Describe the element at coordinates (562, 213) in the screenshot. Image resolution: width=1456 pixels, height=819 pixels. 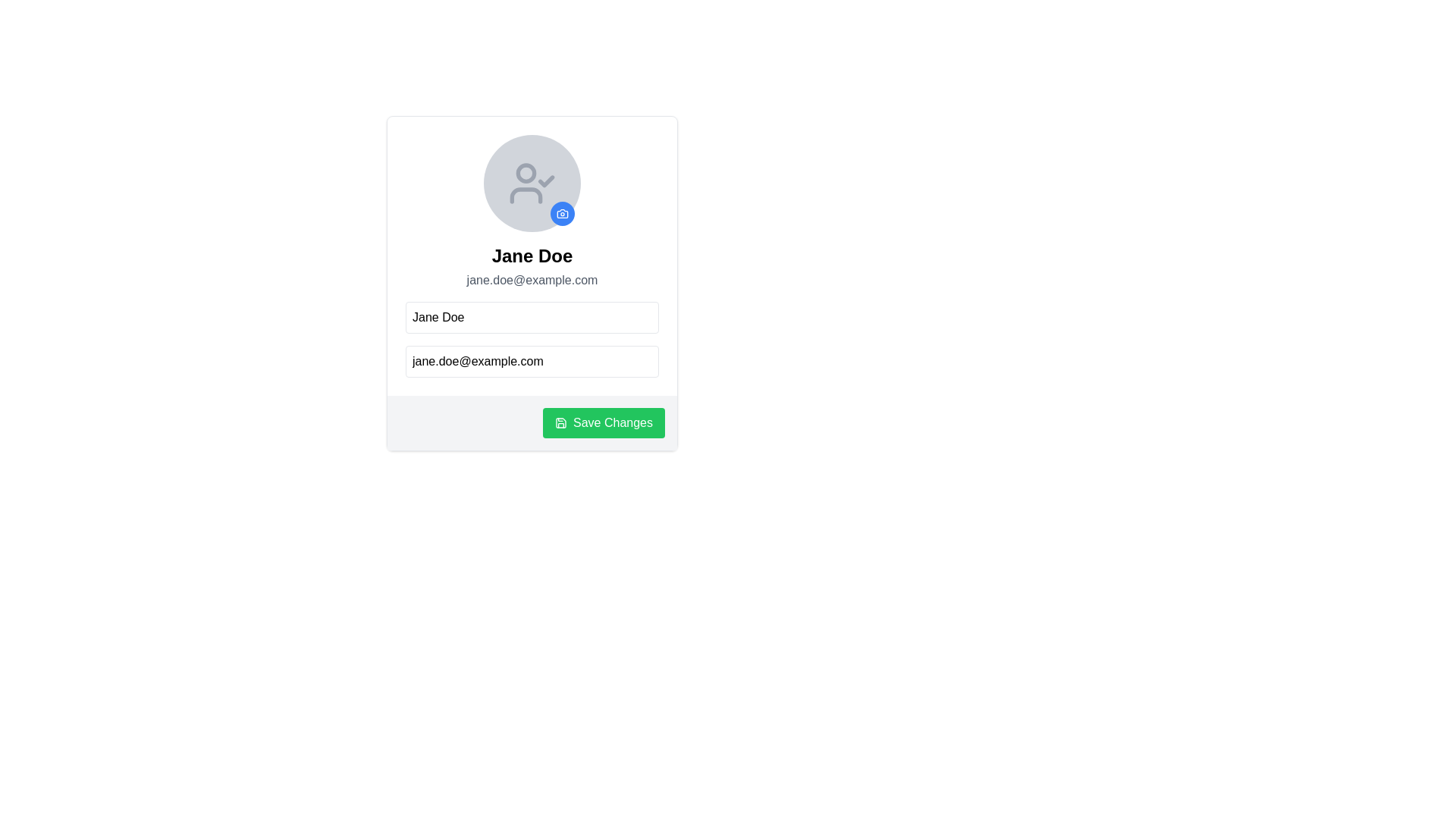
I see `the camera icon in the user profile block` at that location.